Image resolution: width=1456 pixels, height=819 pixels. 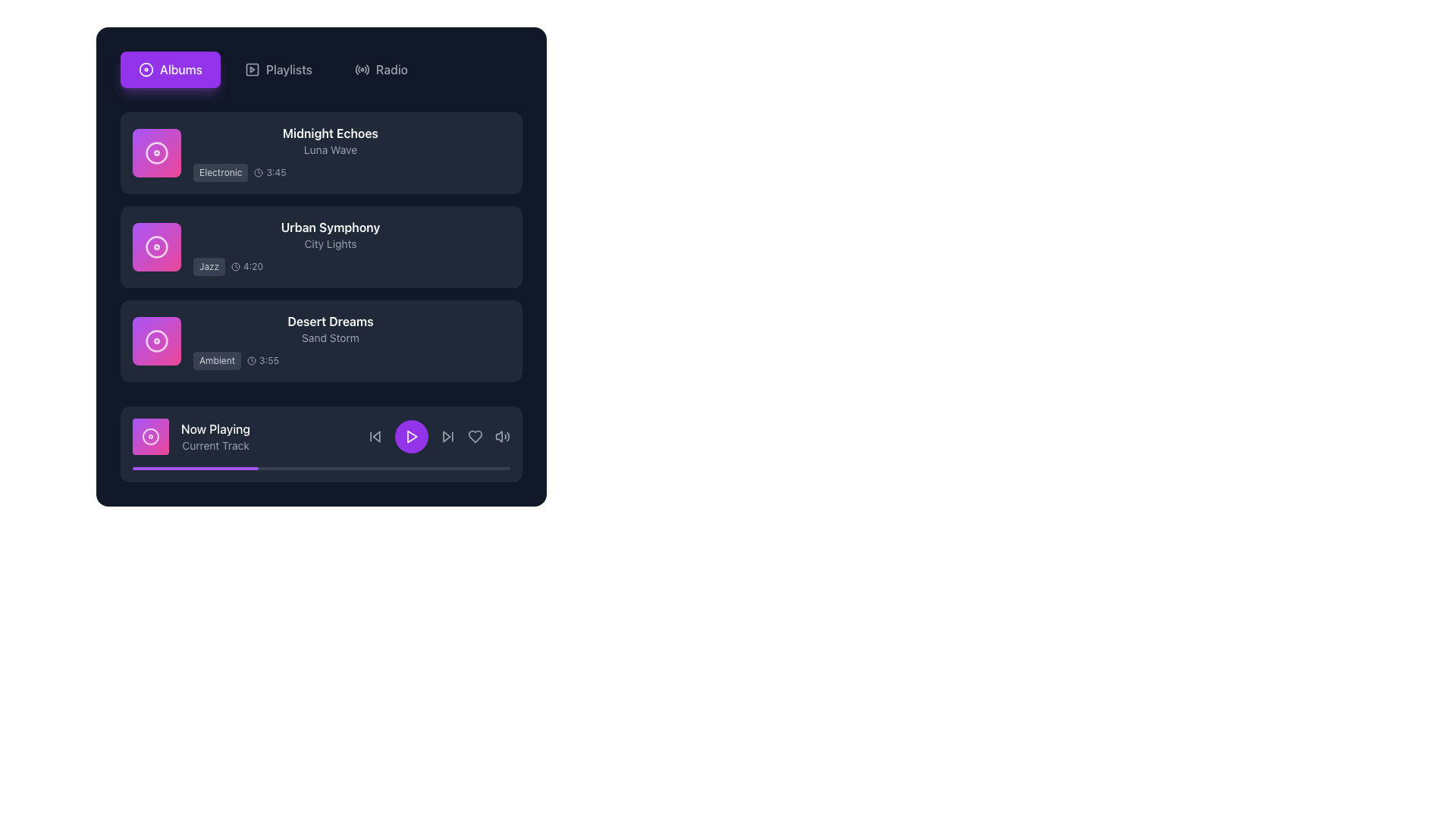 I want to click on the 'Play' button located on the right side of the 'Desert Dreams' track's section to initiate playback of the track, so click(x=494, y=341).